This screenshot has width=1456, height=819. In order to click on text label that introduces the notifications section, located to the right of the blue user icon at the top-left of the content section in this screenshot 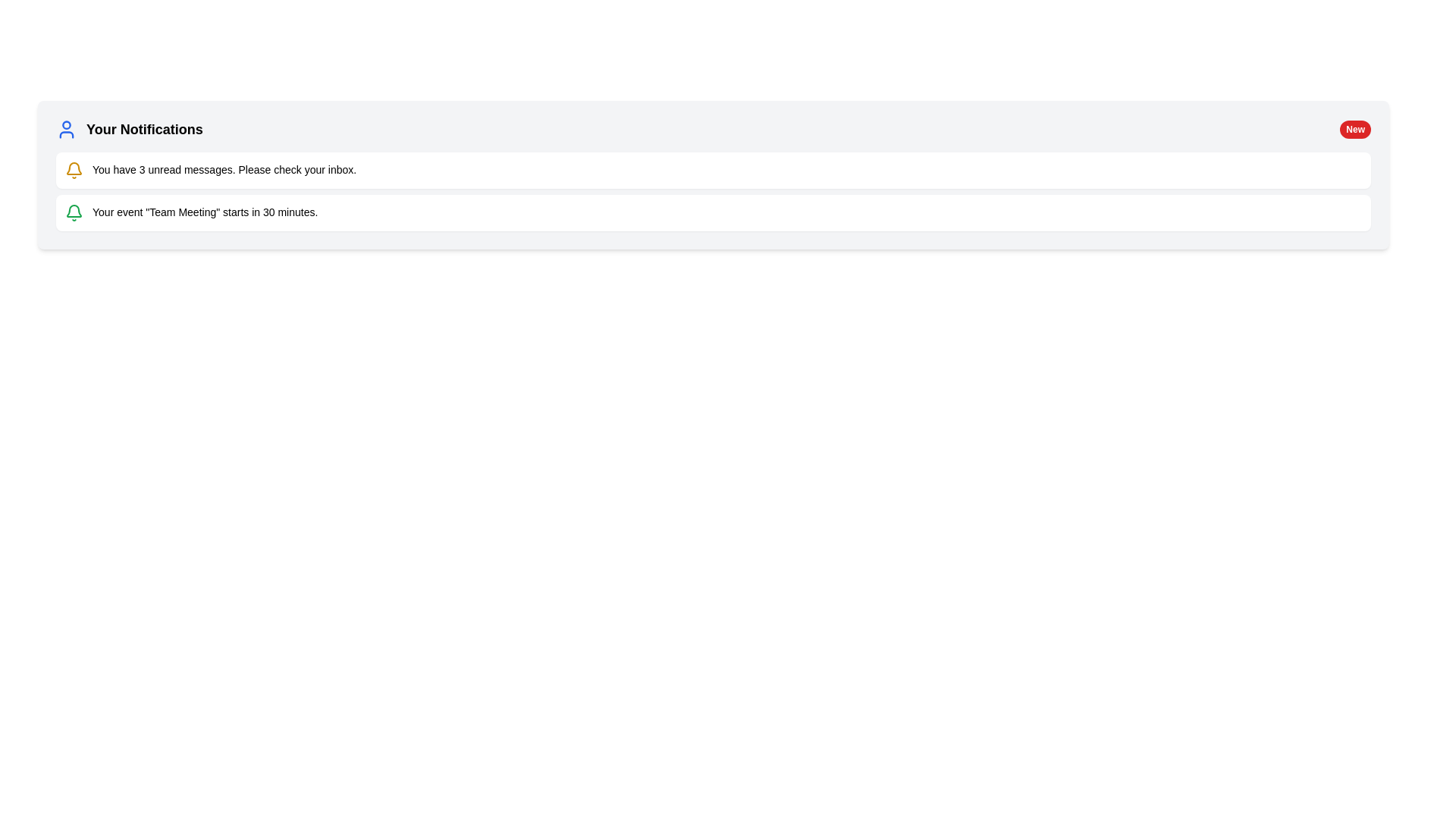, I will do `click(144, 128)`.